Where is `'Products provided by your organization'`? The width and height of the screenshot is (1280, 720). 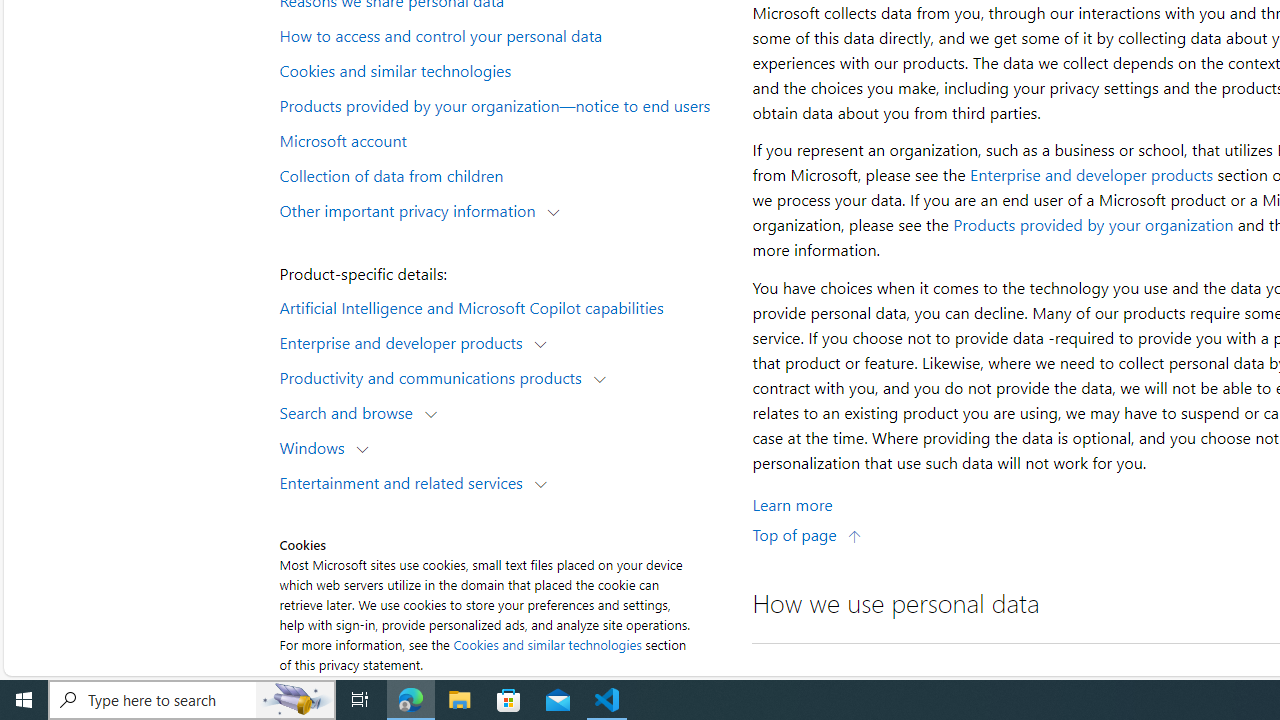
'Products provided by your organization' is located at coordinates (1092, 225).